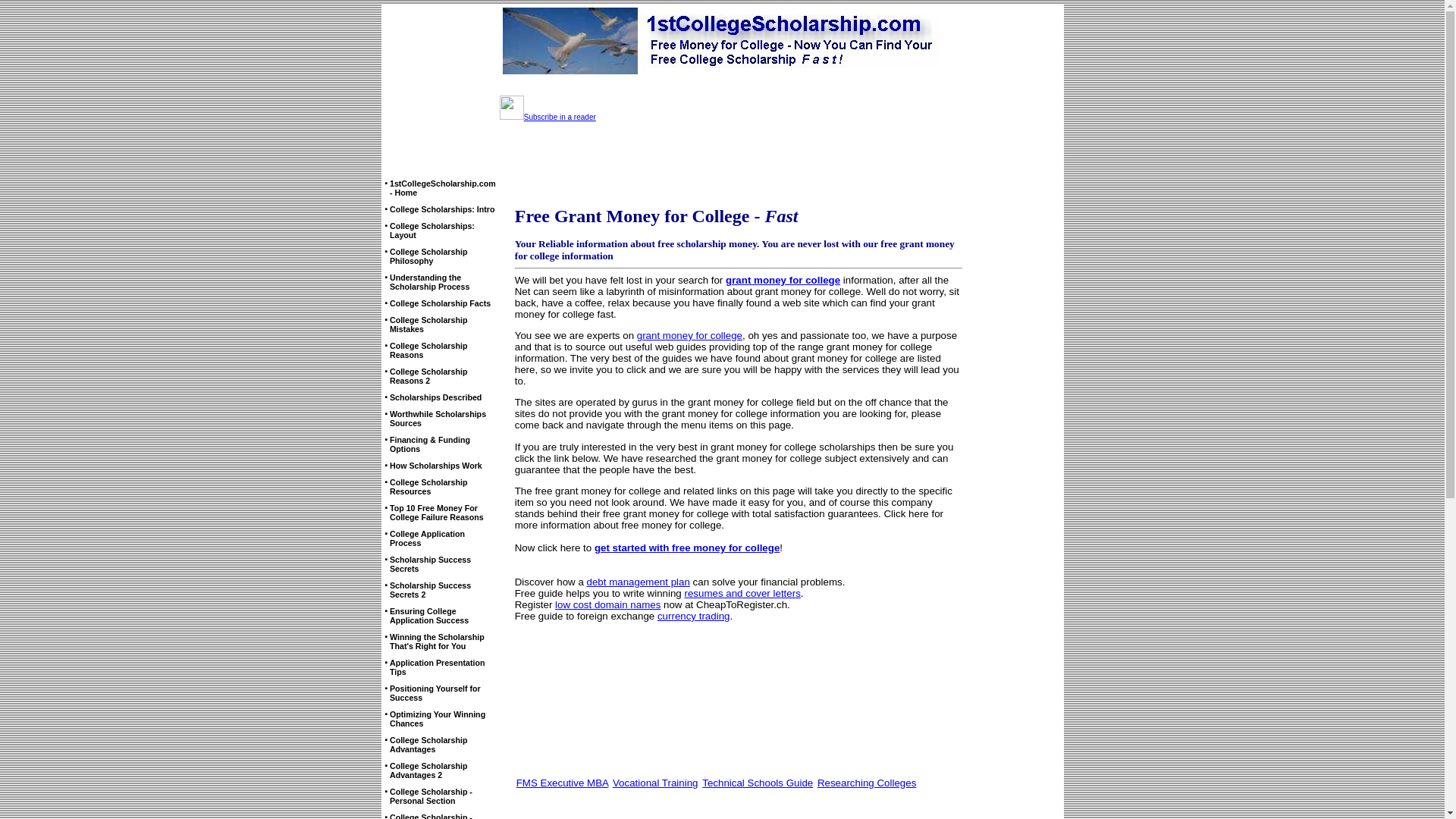  What do you see at coordinates (435, 464) in the screenshot?
I see `'How Scholarships Work'` at bounding box center [435, 464].